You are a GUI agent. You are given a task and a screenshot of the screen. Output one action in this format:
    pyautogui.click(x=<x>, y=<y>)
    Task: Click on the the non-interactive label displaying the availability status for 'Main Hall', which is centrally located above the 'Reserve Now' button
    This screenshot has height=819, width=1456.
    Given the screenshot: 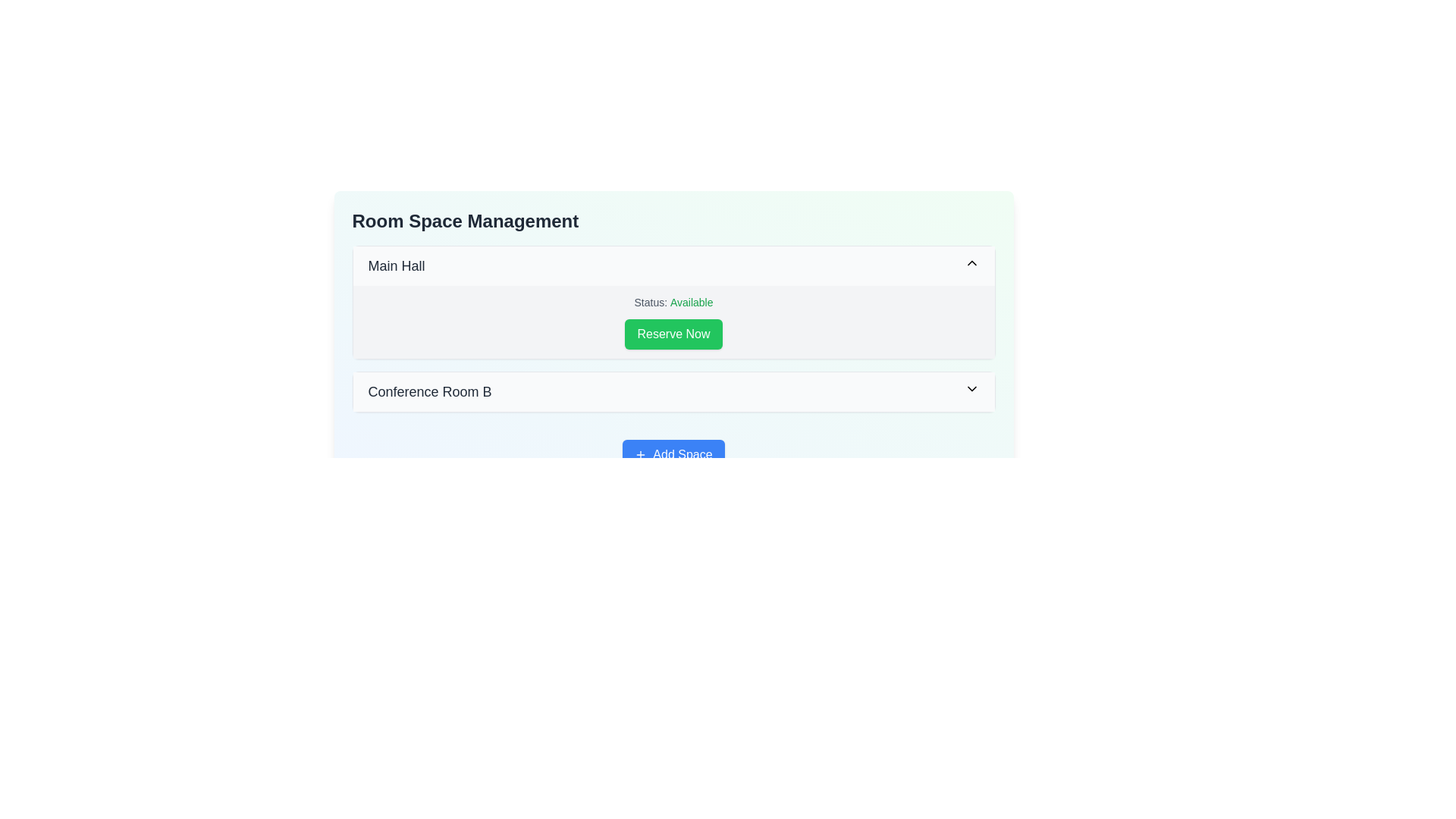 What is the action you would take?
    pyautogui.click(x=691, y=302)
    